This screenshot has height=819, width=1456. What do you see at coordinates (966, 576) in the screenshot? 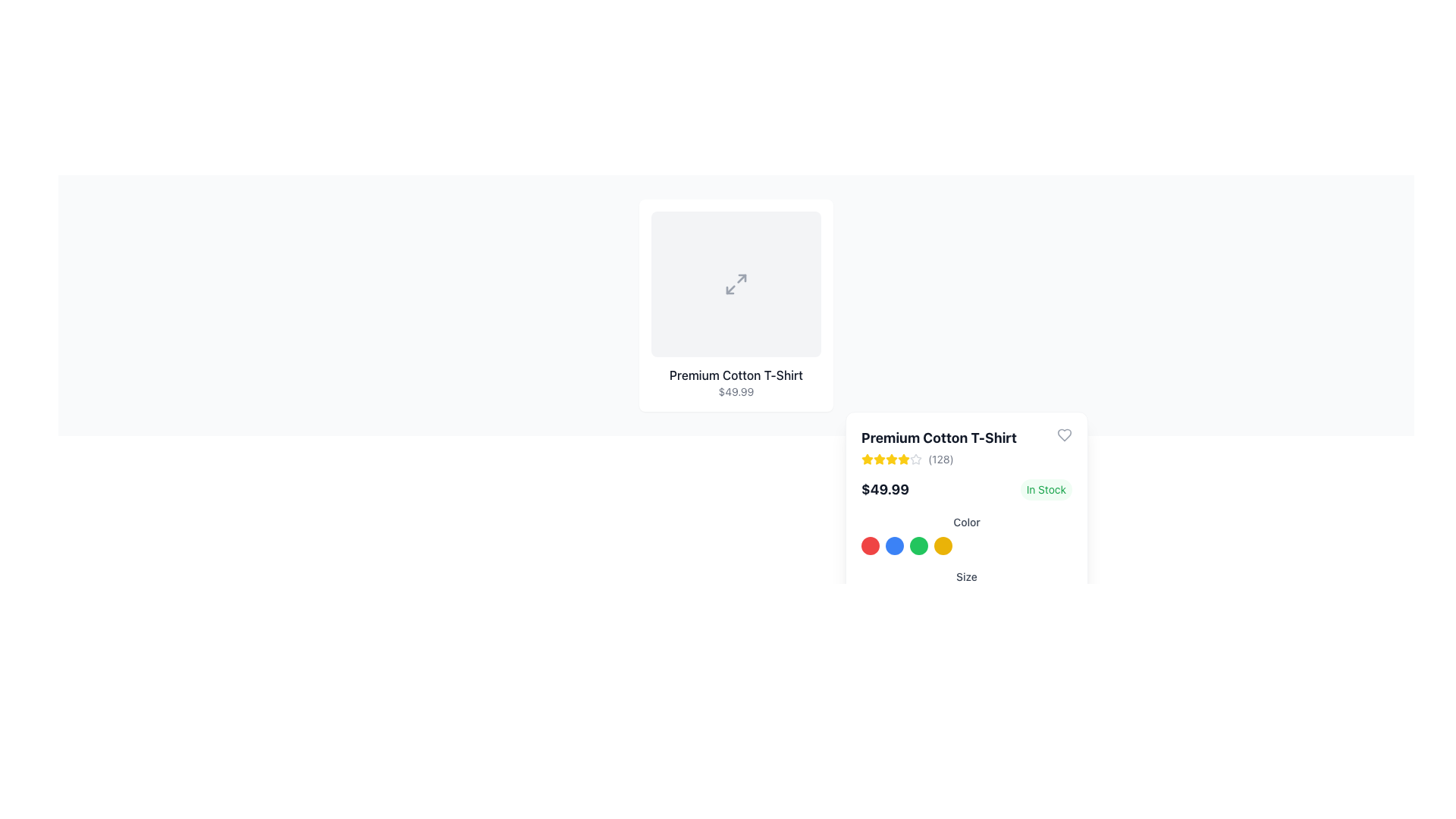
I see `the Text label that serves as a title for the size selection options, positioned above the buttons (XS, S, M, L, XL)` at bounding box center [966, 576].